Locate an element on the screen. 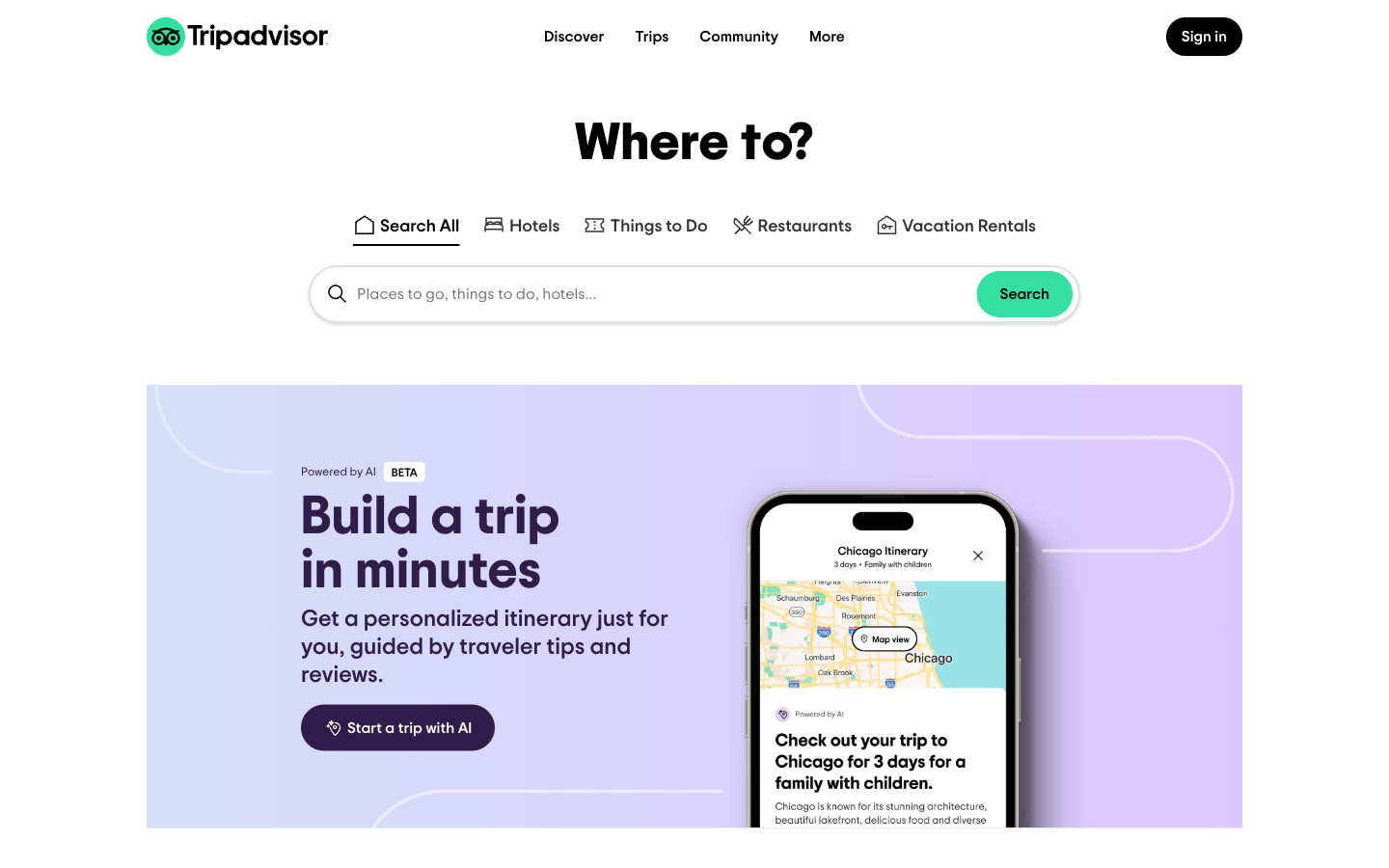 This screenshot has width=1389, height=868. Type "Paris" in the search field and hit enter is located at coordinates (520, 218).